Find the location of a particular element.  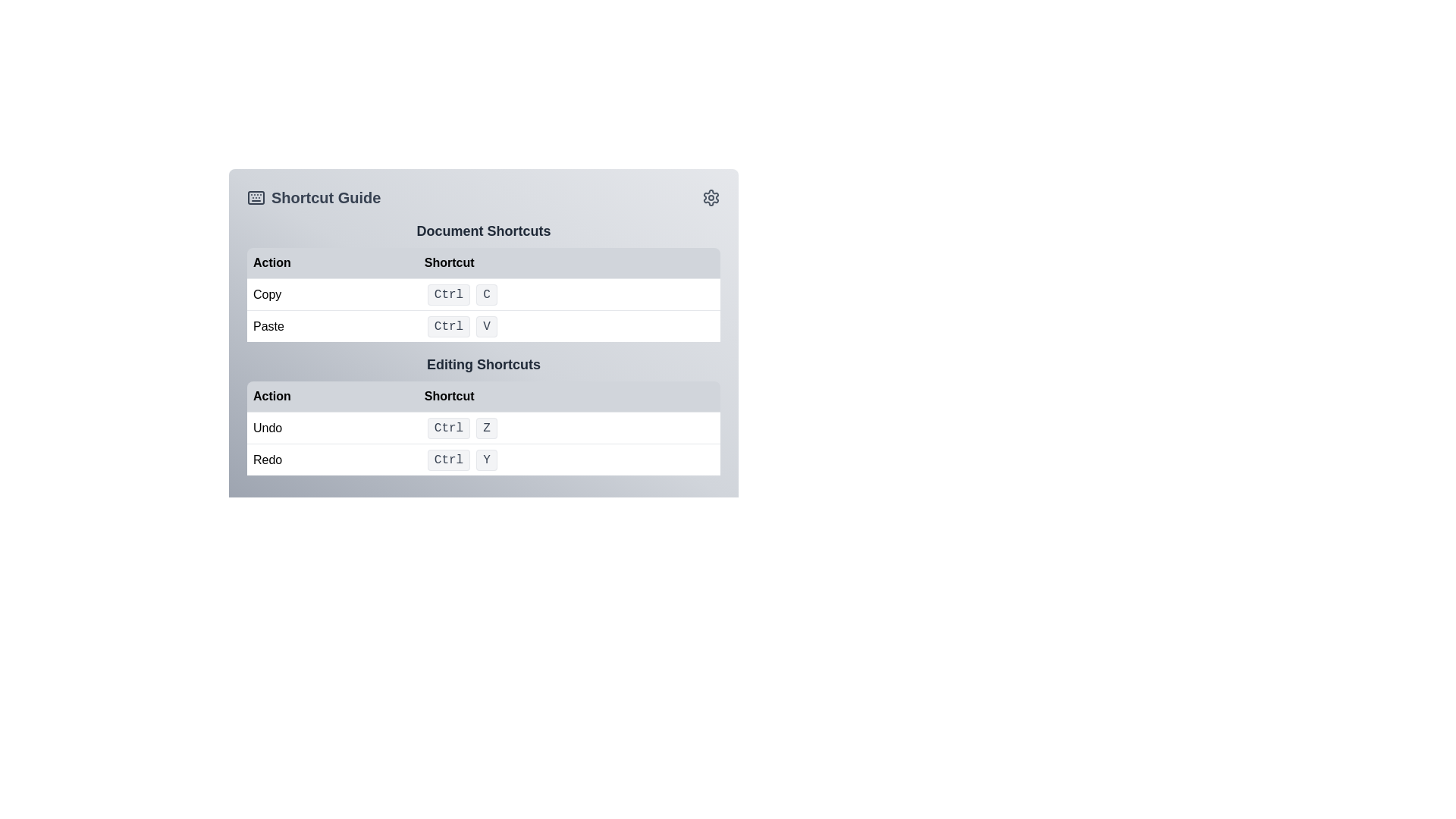

the static label element displaying 'Y' in the 'Editing Shortcuts' section, which represents the second part of the 'Ctrl + Y' keyboard shortcut for the 'Redo' action is located at coordinates (487, 459).